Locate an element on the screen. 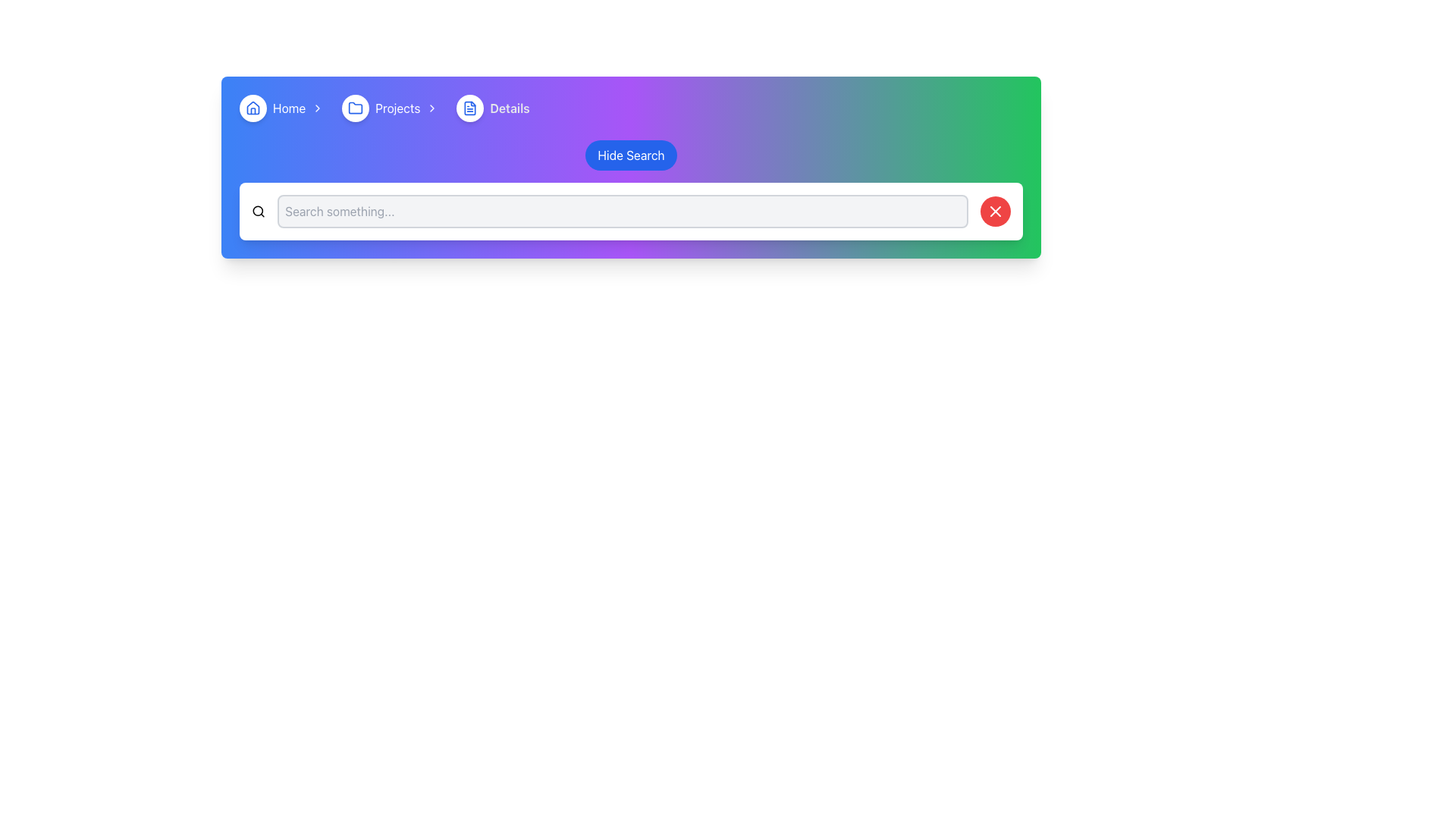 Image resolution: width=1456 pixels, height=819 pixels. the close or cancel icon button, which is located within a red circular background at the right end of the search bar is located at coordinates (996, 211).